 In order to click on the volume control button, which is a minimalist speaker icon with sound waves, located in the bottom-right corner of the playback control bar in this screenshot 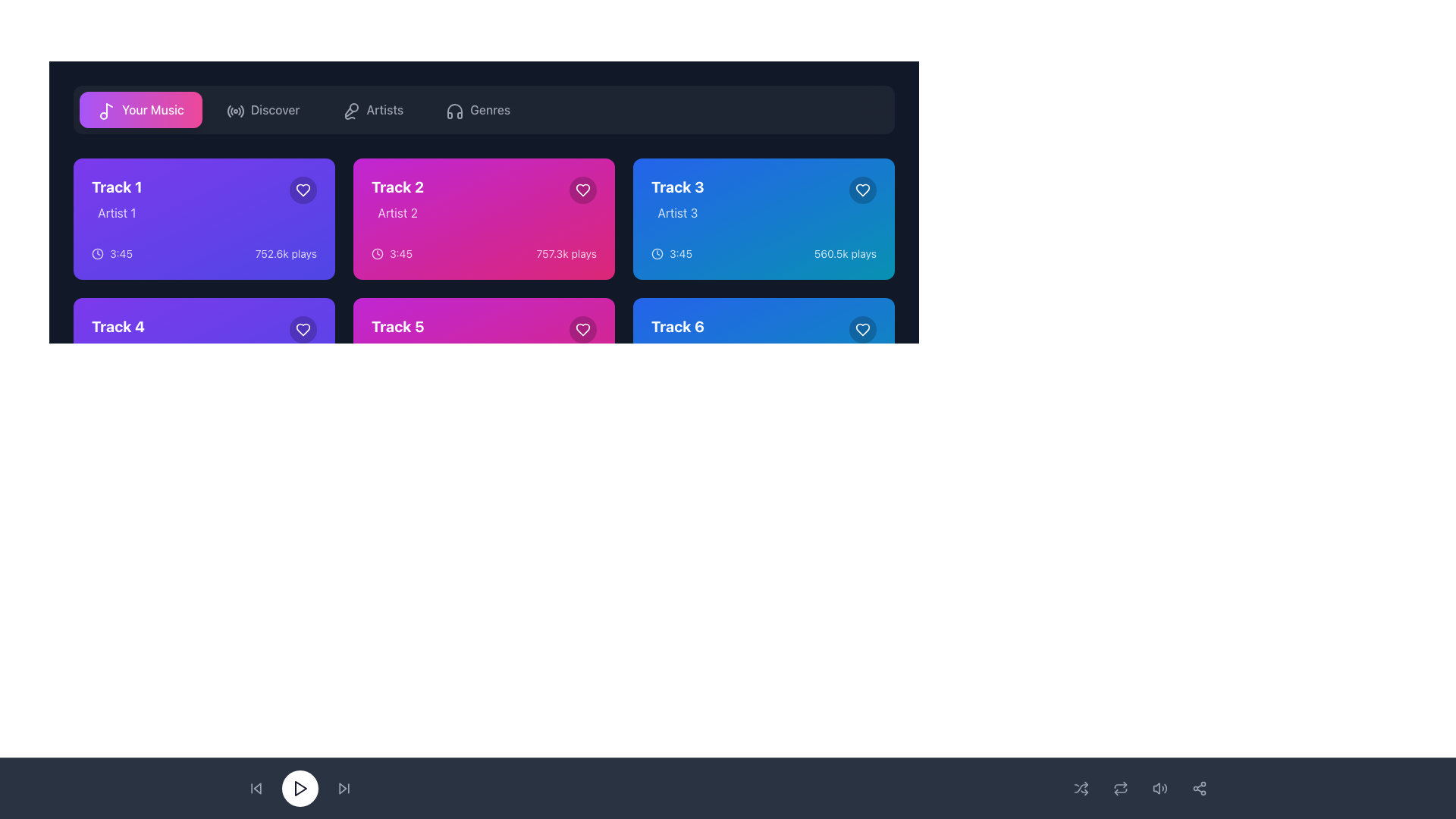, I will do `click(1159, 788)`.